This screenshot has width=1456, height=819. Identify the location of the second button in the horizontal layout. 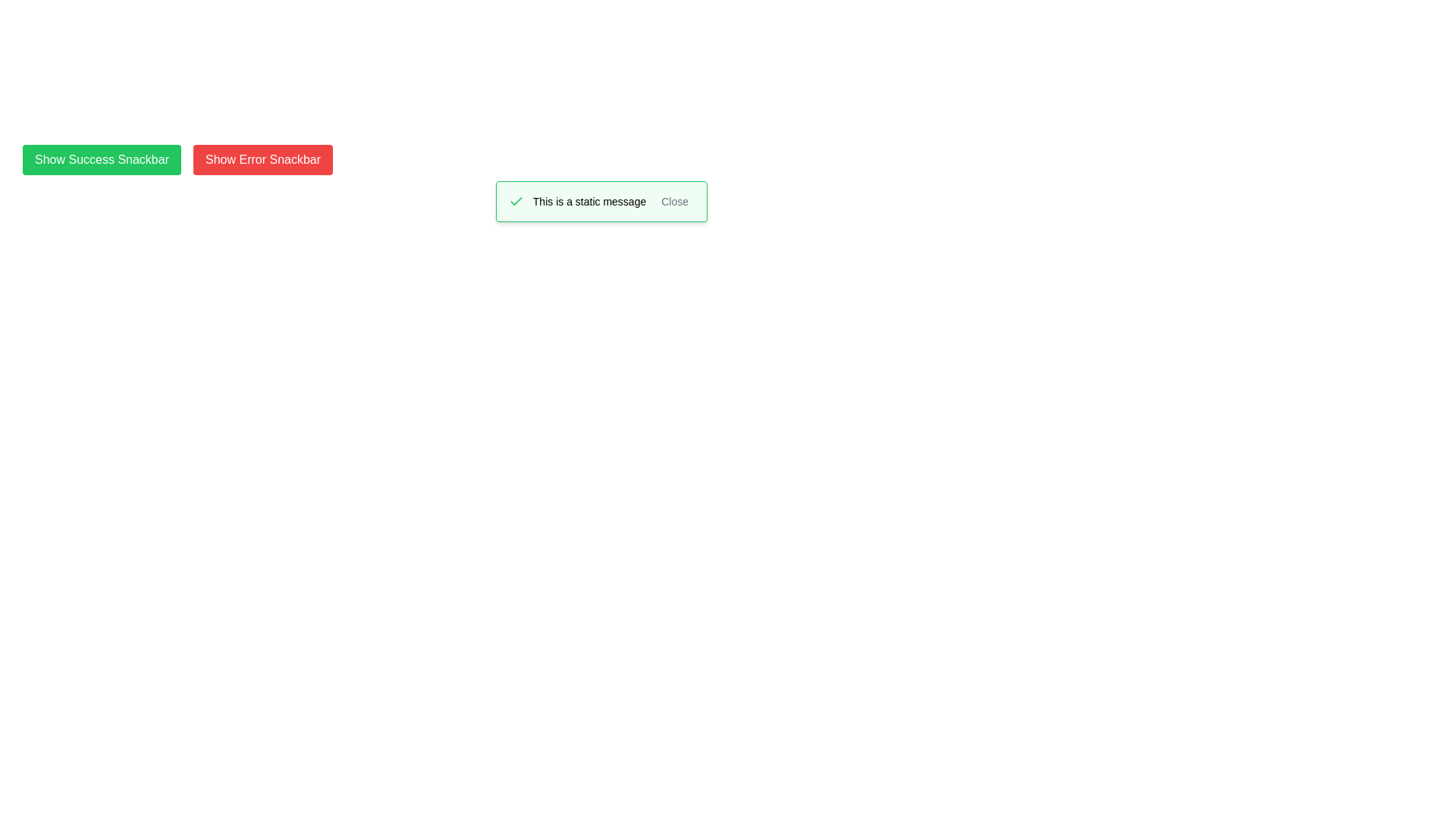
(262, 160).